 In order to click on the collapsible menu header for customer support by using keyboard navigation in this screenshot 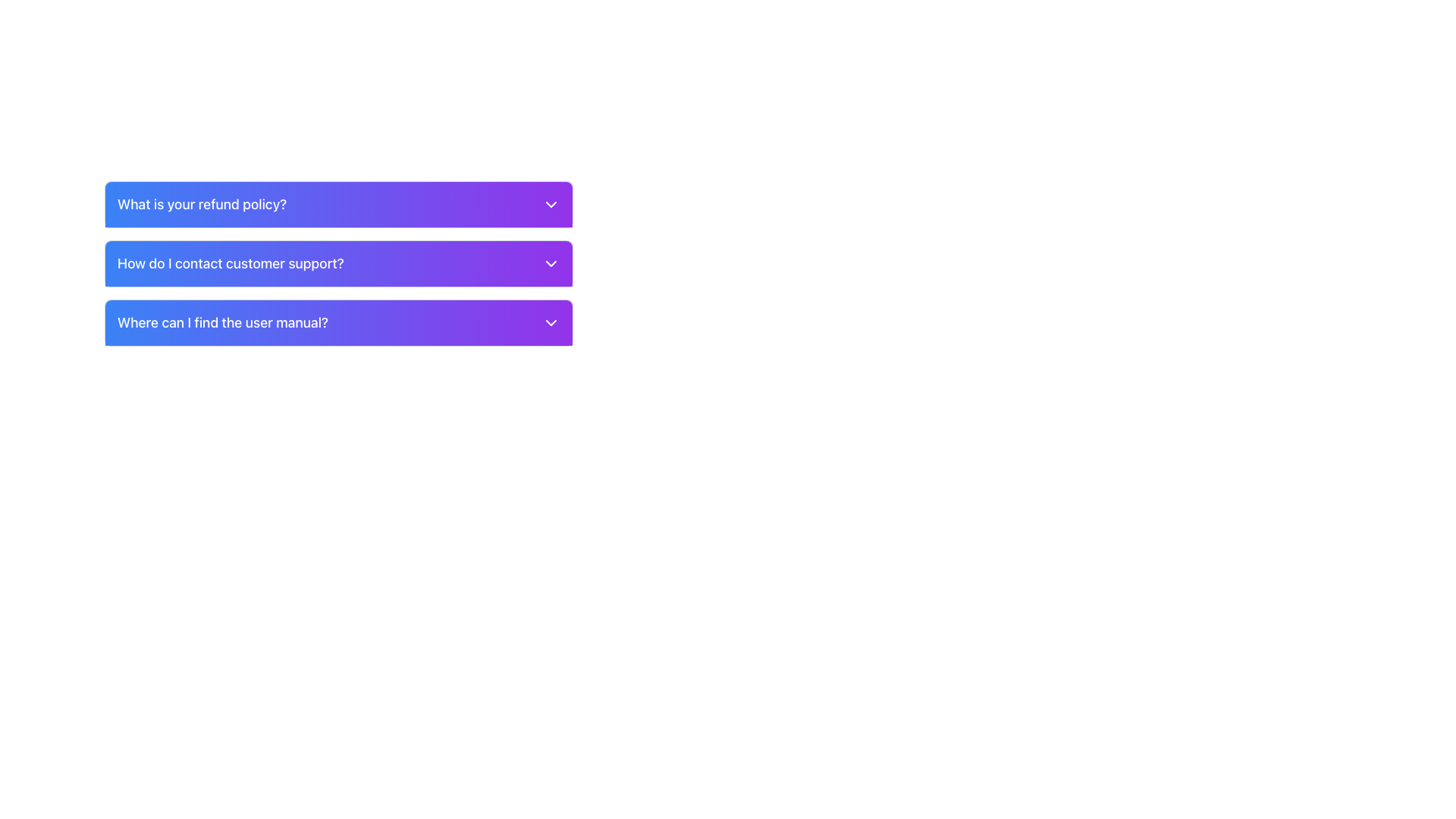, I will do `click(337, 262)`.